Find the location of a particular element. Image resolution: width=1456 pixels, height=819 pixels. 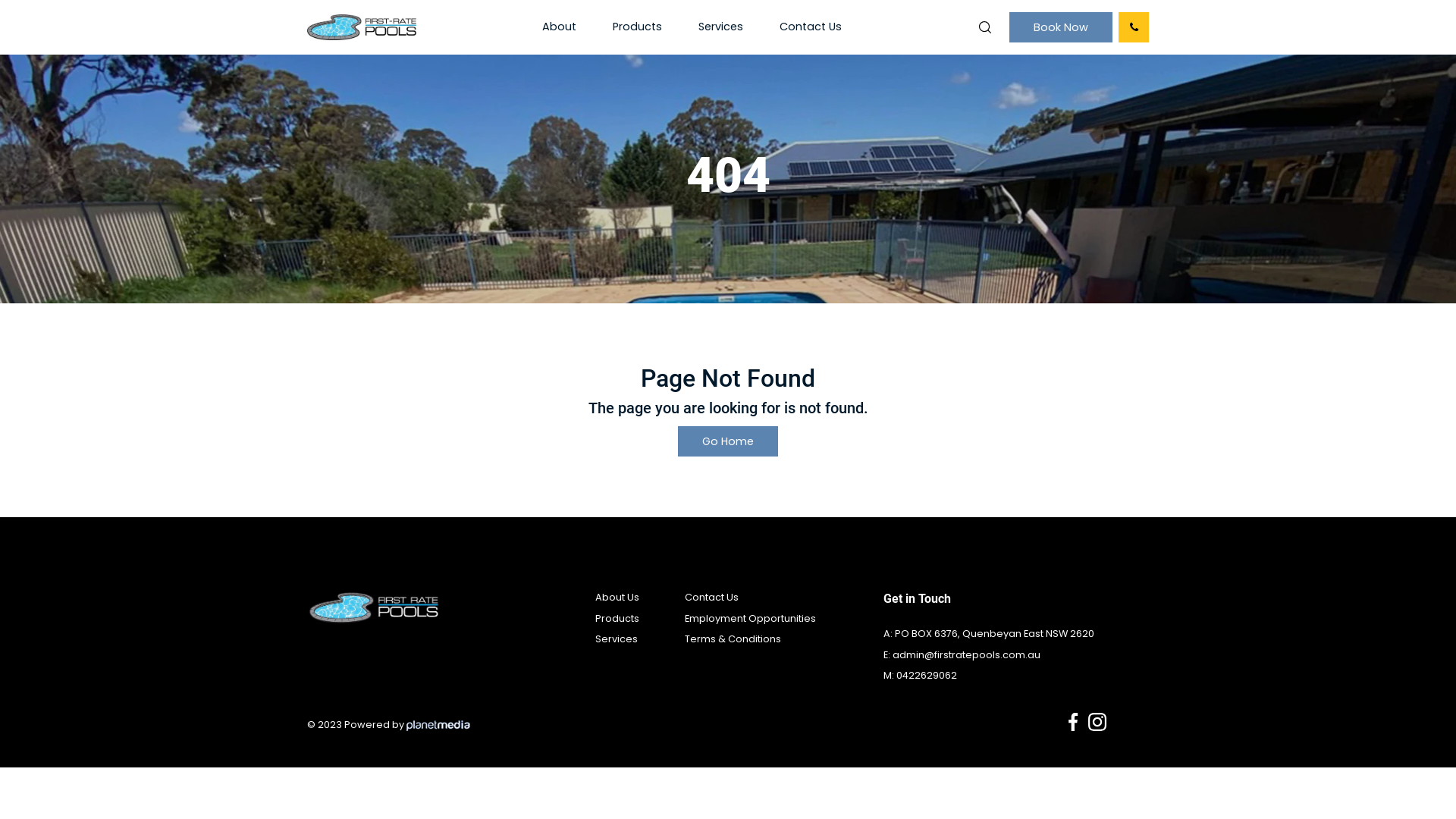

'Facebook' is located at coordinates (1072, 721).